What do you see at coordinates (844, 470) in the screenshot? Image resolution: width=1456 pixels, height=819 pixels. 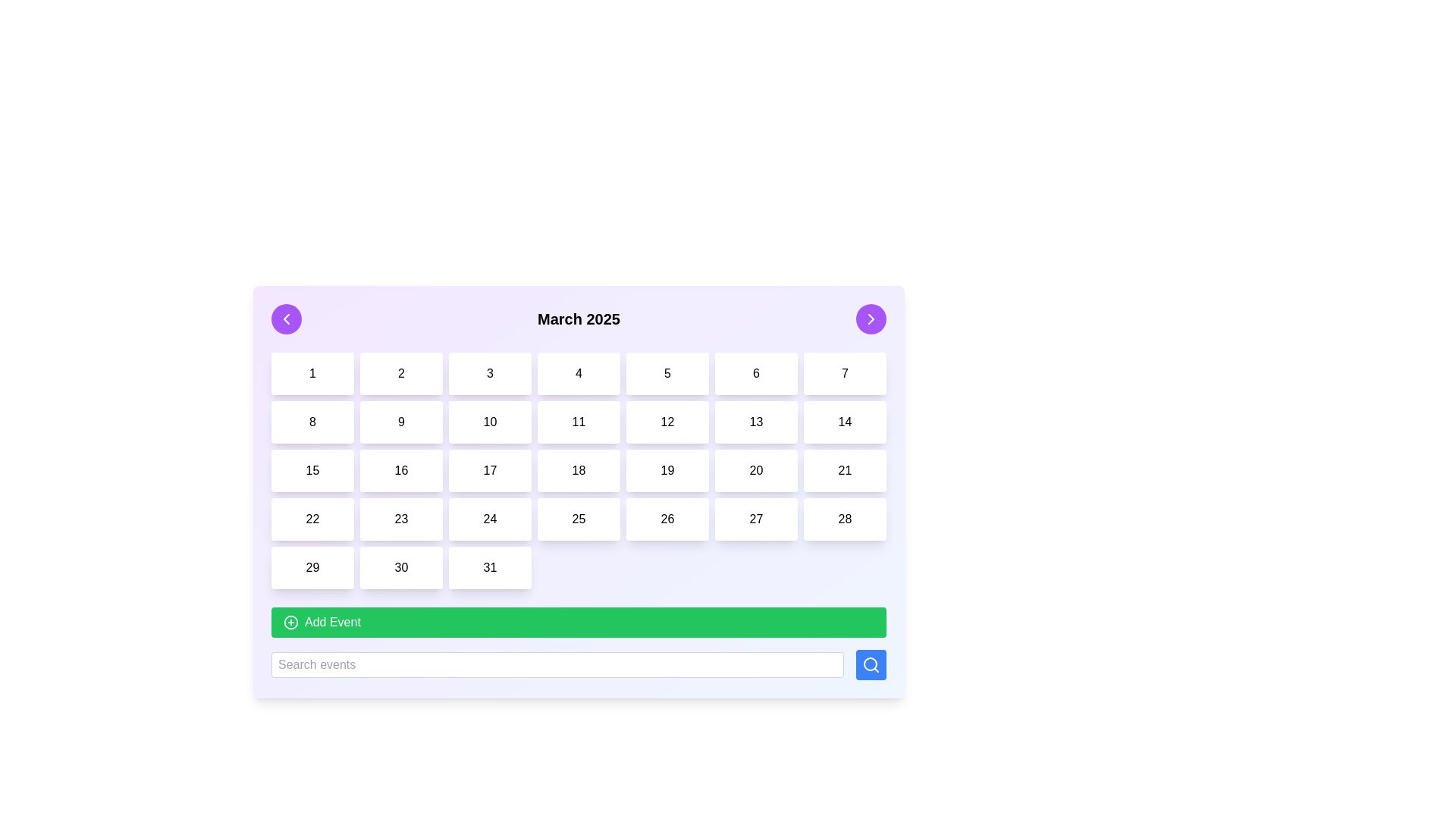 I see `the button displaying the date '21' in a calendar grid to trigger hover effects` at bounding box center [844, 470].